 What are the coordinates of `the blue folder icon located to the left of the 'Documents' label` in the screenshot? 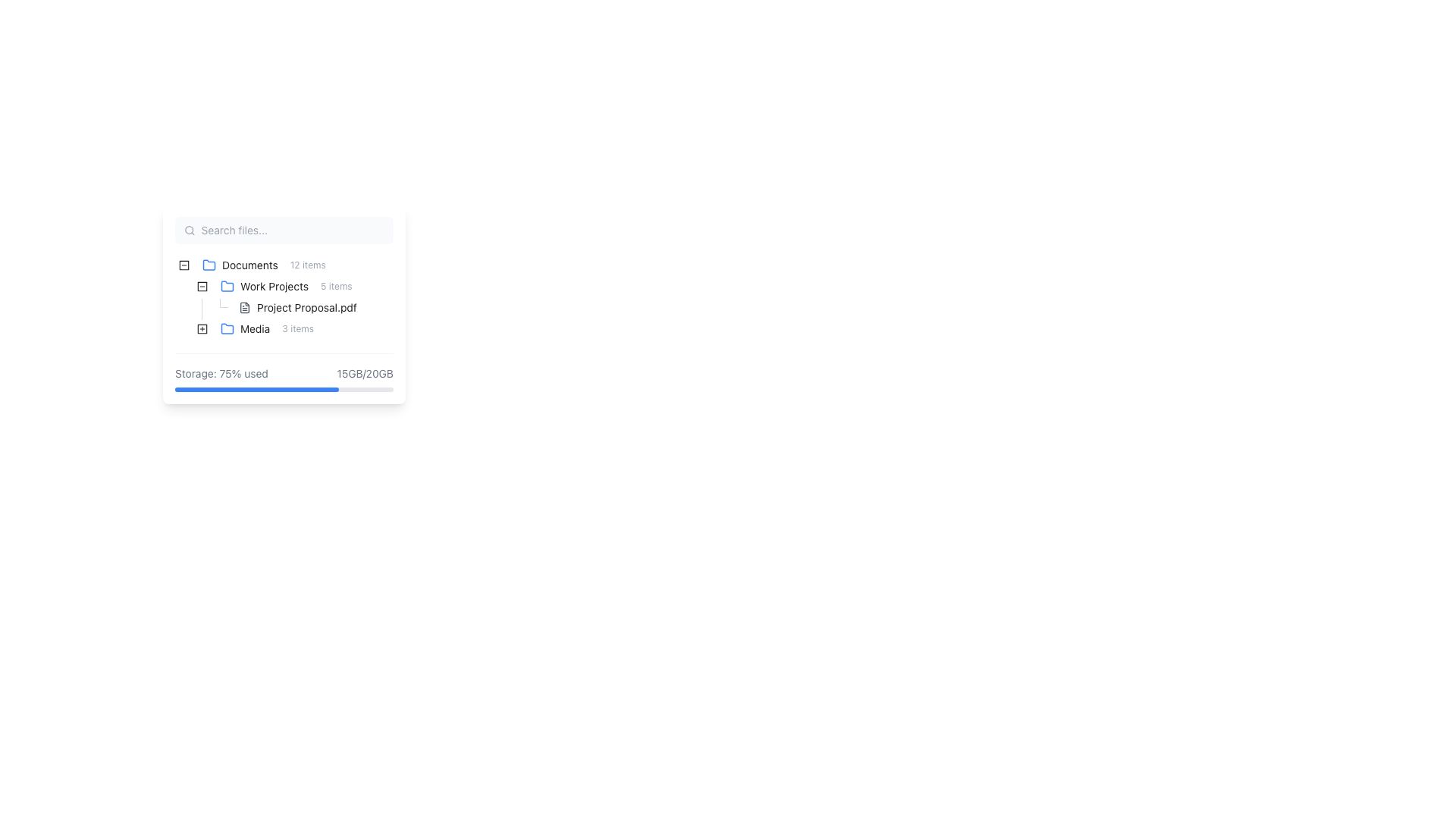 It's located at (208, 265).